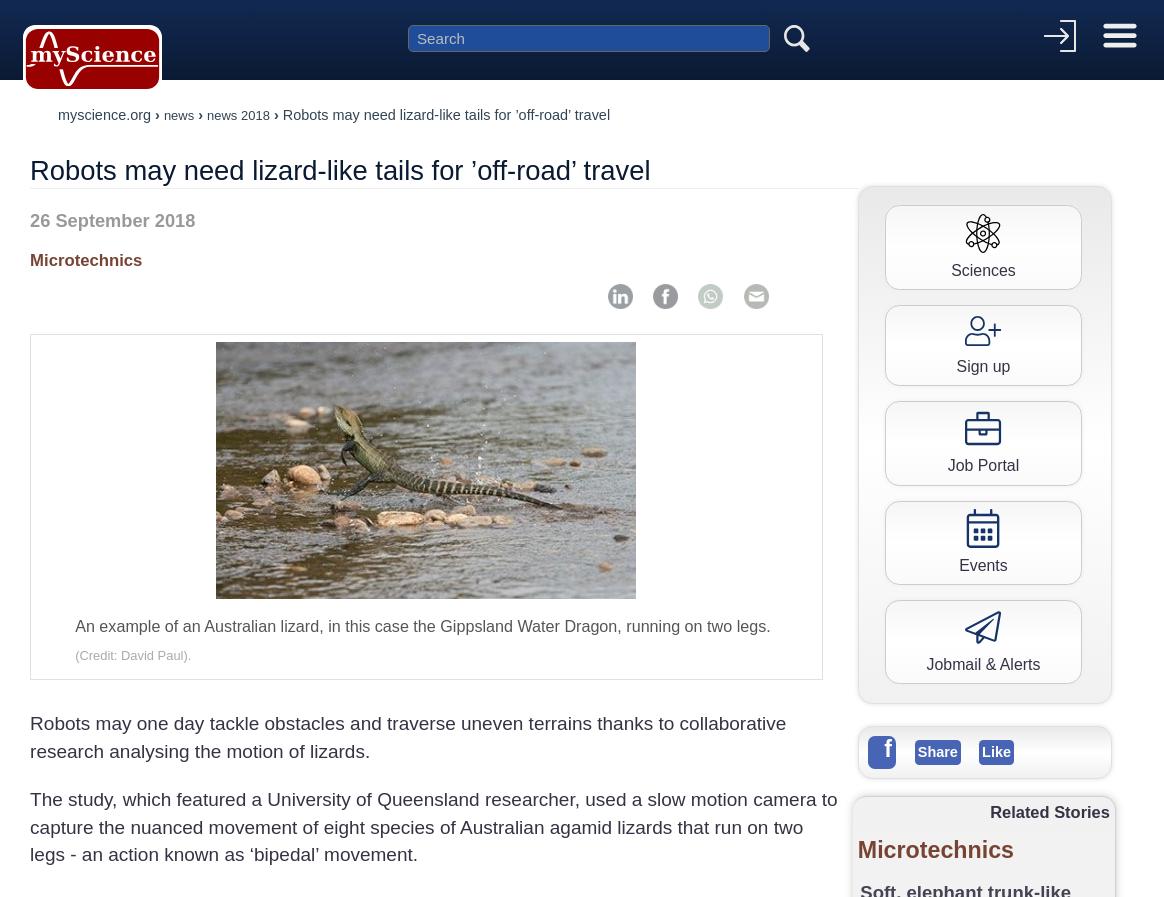 The width and height of the screenshot is (1164, 897). What do you see at coordinates (982, 465) in the screenshot?
I see `'Job Portal'` at bounding box center [982, 465].